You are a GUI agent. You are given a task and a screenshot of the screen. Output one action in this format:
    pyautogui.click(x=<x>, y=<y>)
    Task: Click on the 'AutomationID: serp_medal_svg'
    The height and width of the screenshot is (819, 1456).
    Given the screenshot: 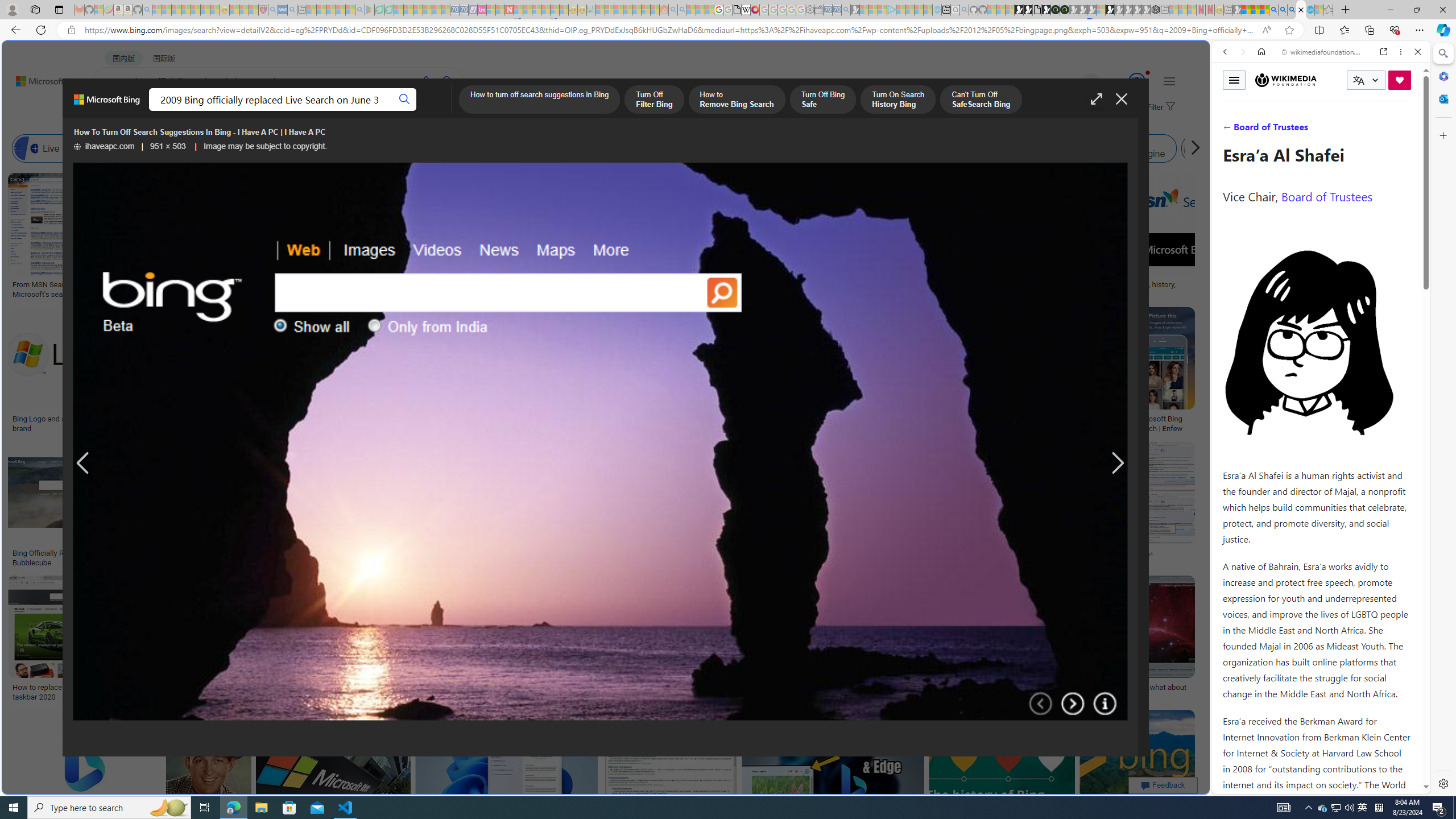 What is the action you would take?
    pyautogui.click(x=1136, y=80)
    